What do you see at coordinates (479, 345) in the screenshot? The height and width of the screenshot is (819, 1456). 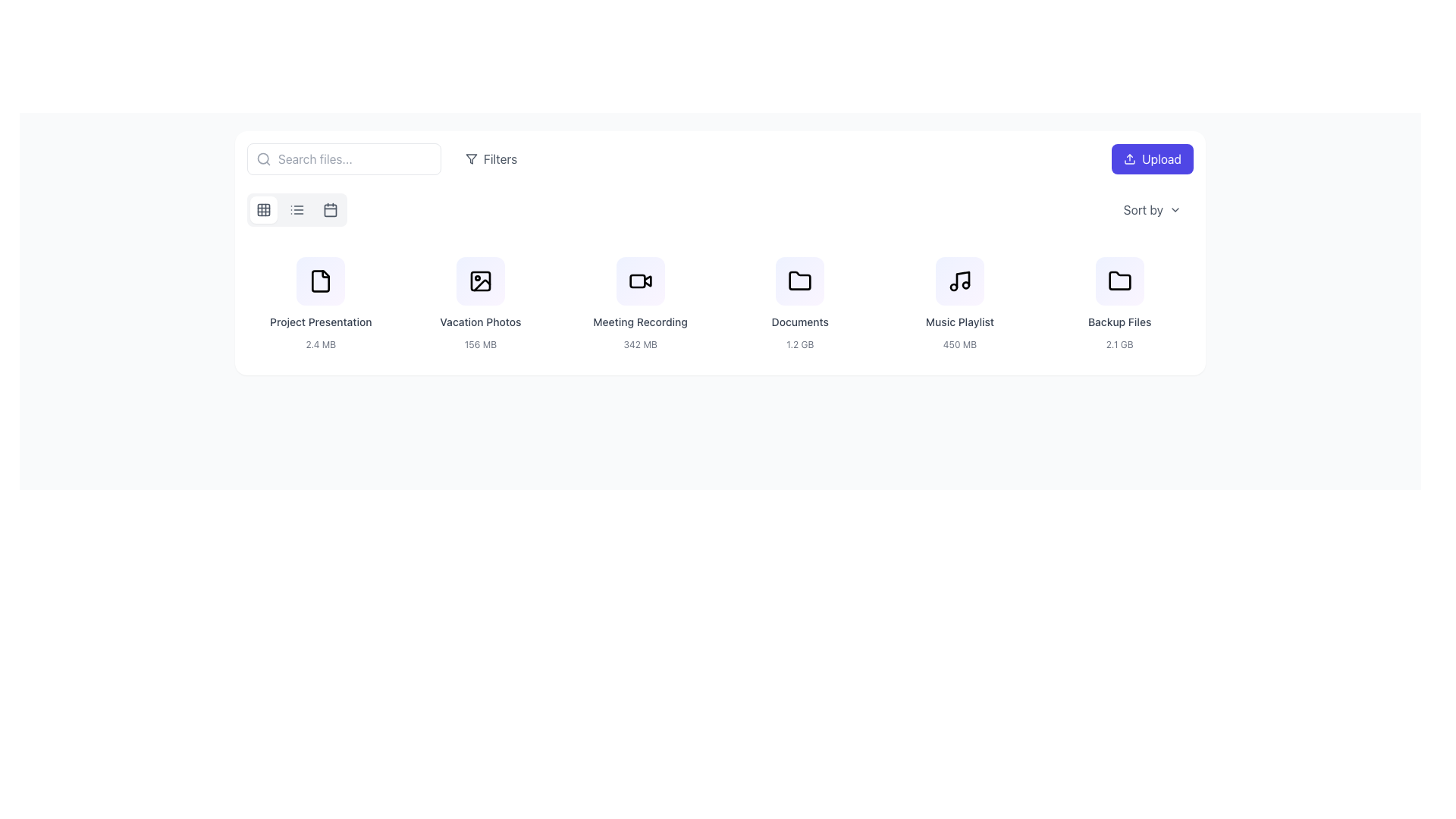 I see `displayed information from the text label showing '156 MB', which is styled in small gray font and located beneath the 'Vacation Photos' label` at bounding box center [479, 345].